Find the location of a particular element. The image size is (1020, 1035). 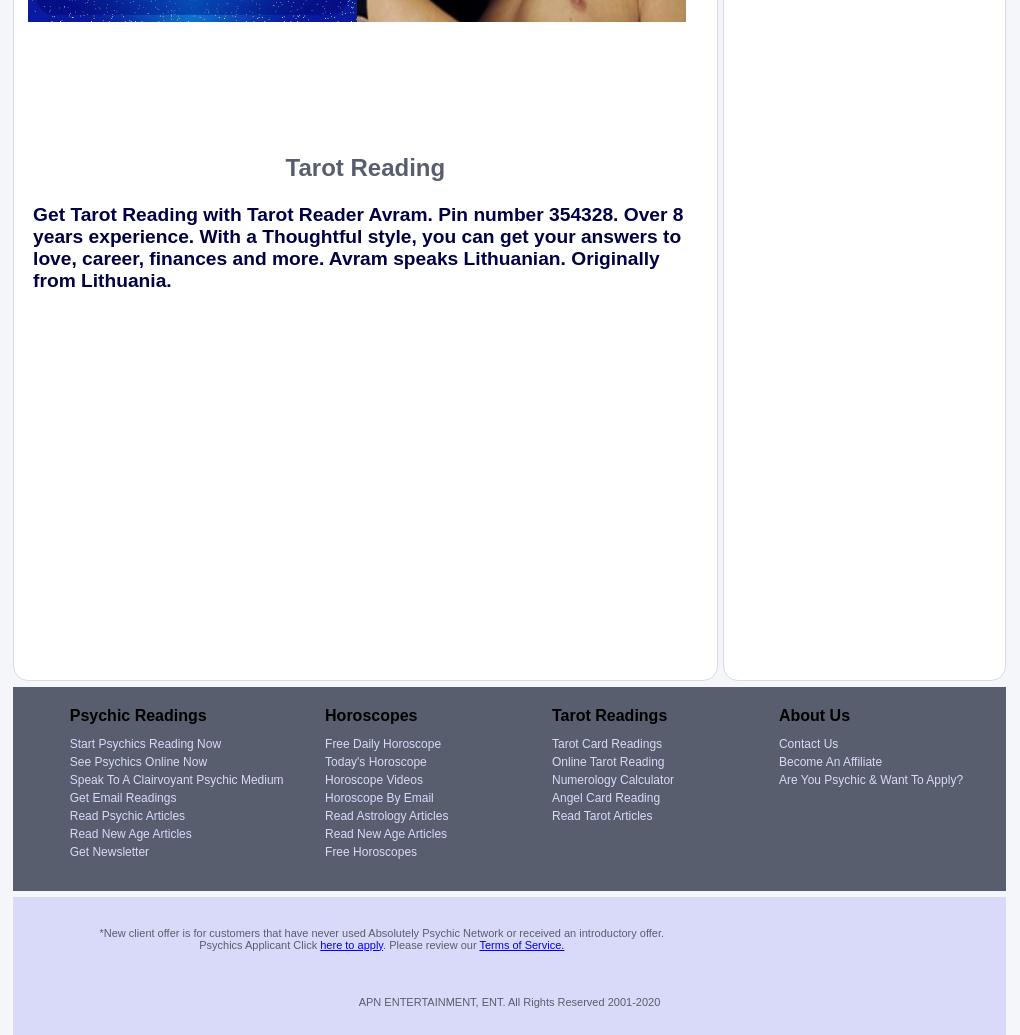

'Get Newsletter' is located at coordinates (108, 849).